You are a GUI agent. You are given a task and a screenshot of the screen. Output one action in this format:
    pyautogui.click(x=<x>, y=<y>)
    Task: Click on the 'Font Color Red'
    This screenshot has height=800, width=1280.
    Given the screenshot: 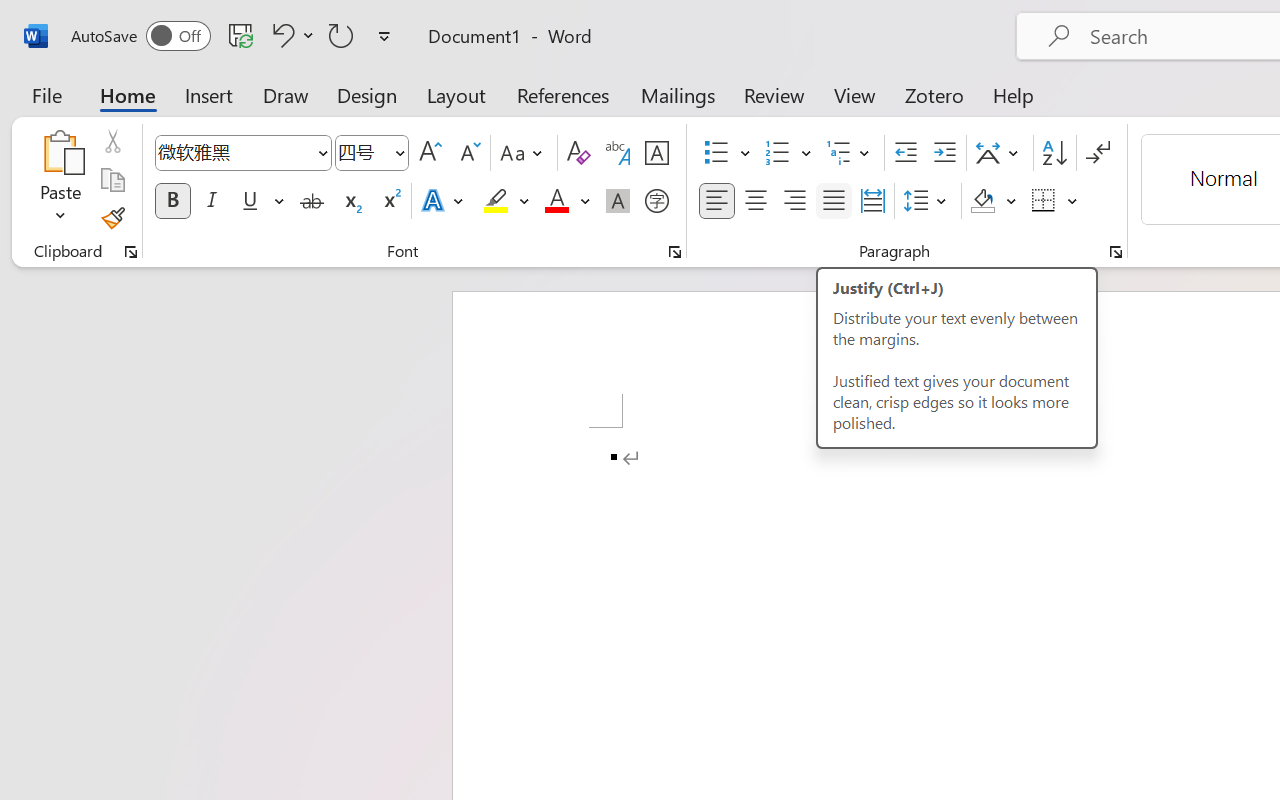 What is the action you would take?
    pyautogui.click(x=556, y=201)
    